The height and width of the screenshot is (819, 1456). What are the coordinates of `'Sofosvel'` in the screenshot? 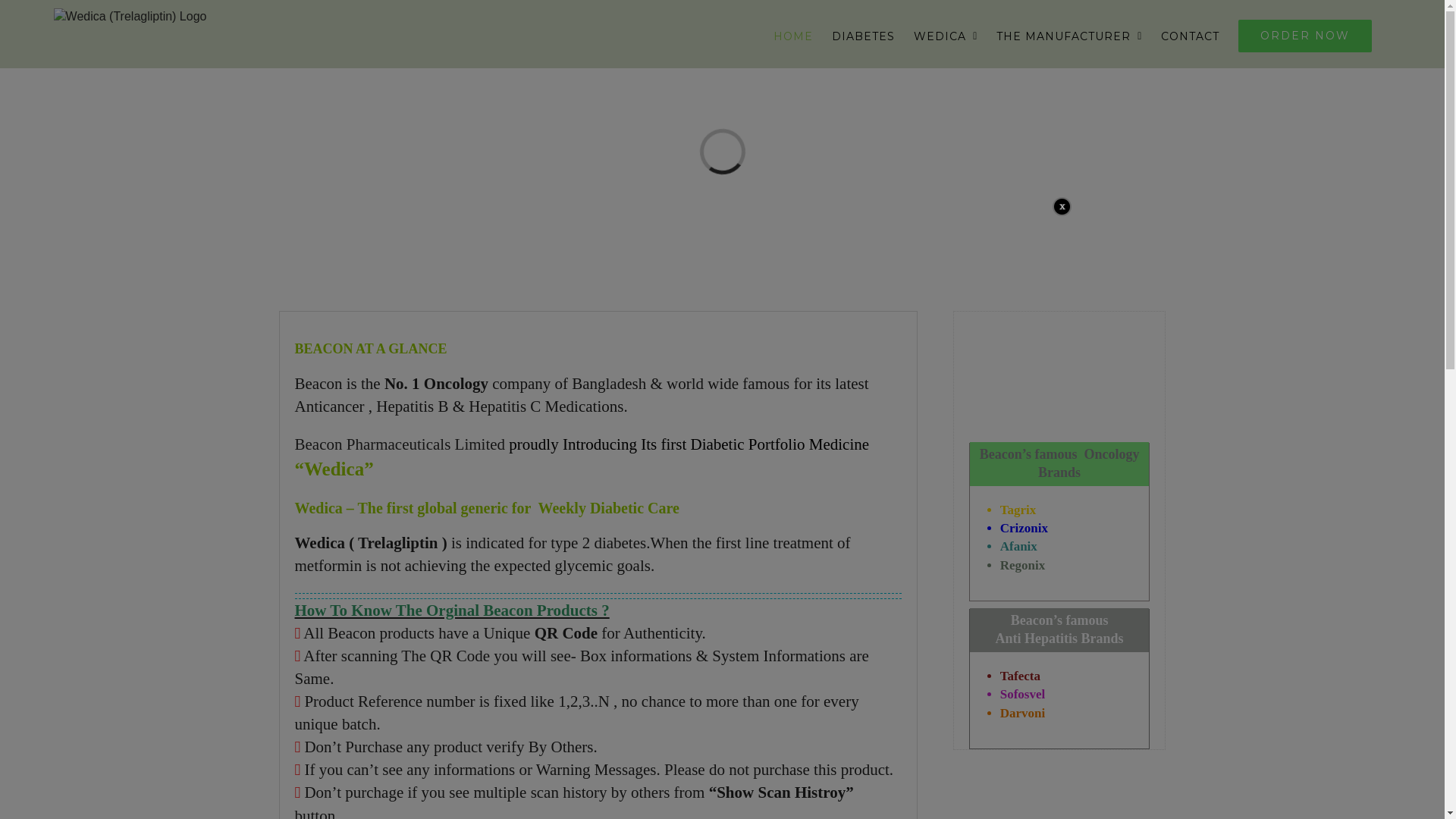 It's located at (1022, 694).